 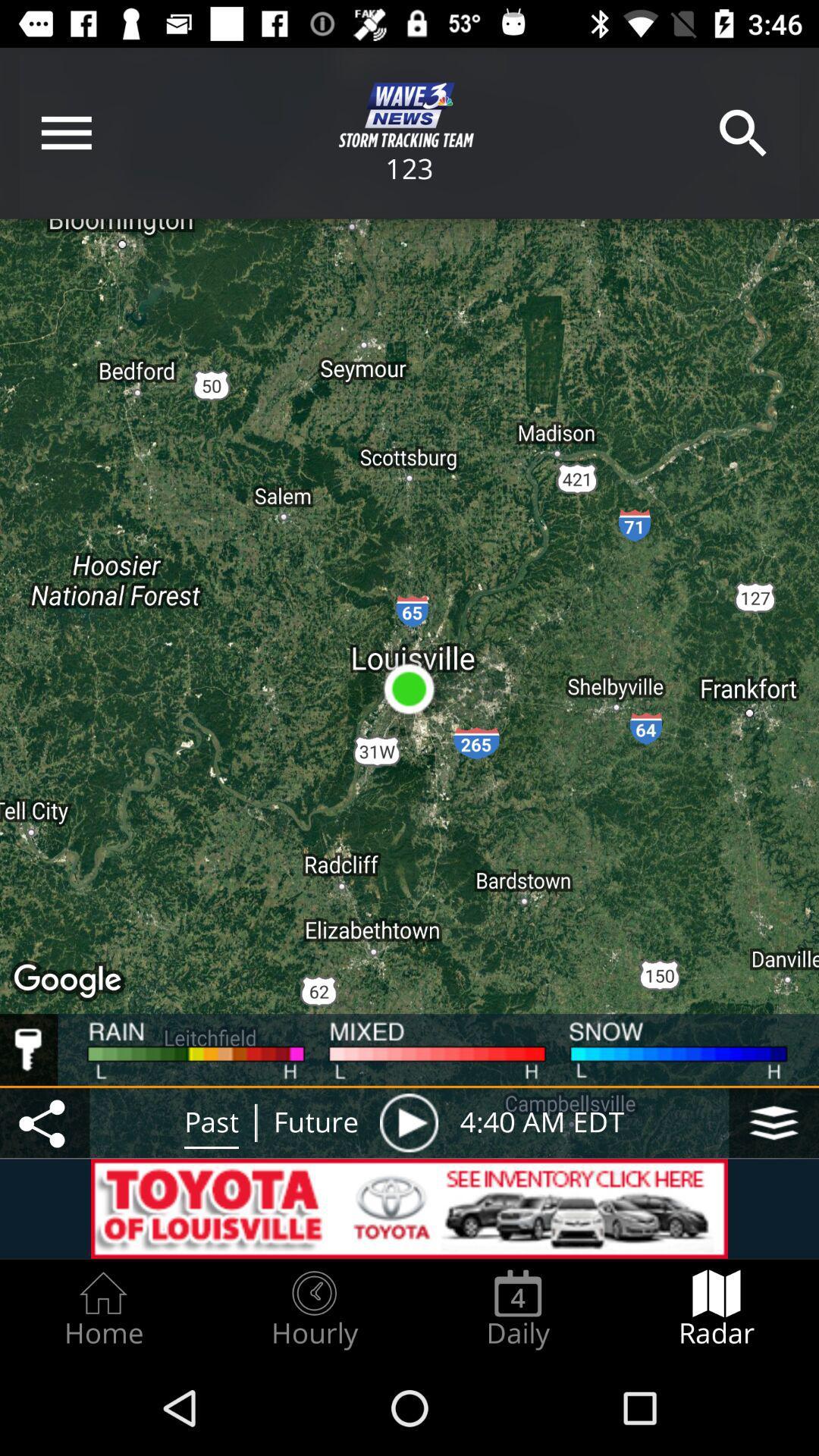 I want to click on the icon next to daily, so click(x=313, y=1309).